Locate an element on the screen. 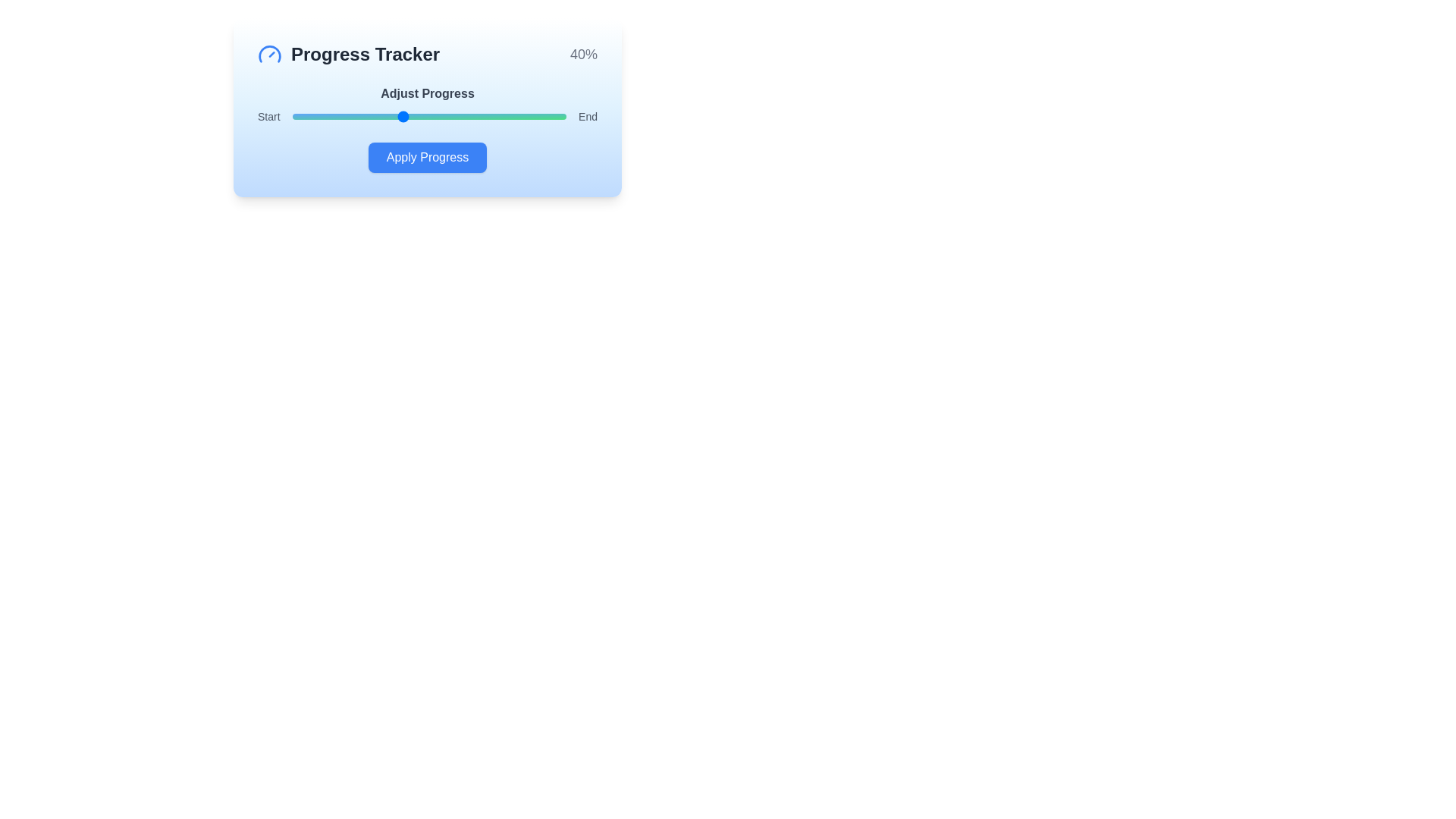 The width and height of the screenshot is (1456, 819). the 'Apply Progress' button is located at coordinates (427, 158).